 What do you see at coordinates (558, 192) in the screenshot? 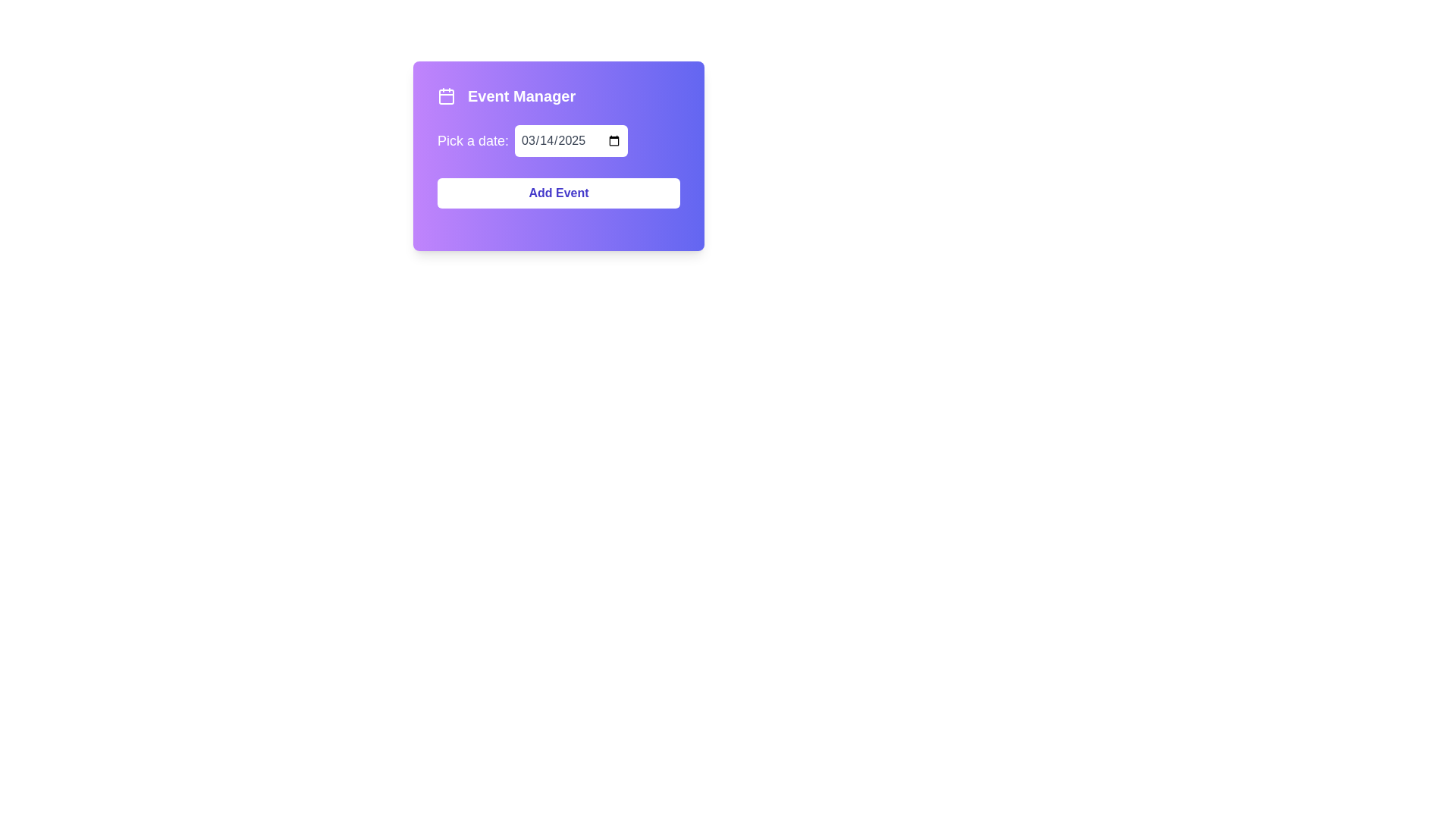
I see `the submit button that allows users to add an event to a list or schedule, which is centrally positioned below the date-picker input field` at bounding box center [558, 192].